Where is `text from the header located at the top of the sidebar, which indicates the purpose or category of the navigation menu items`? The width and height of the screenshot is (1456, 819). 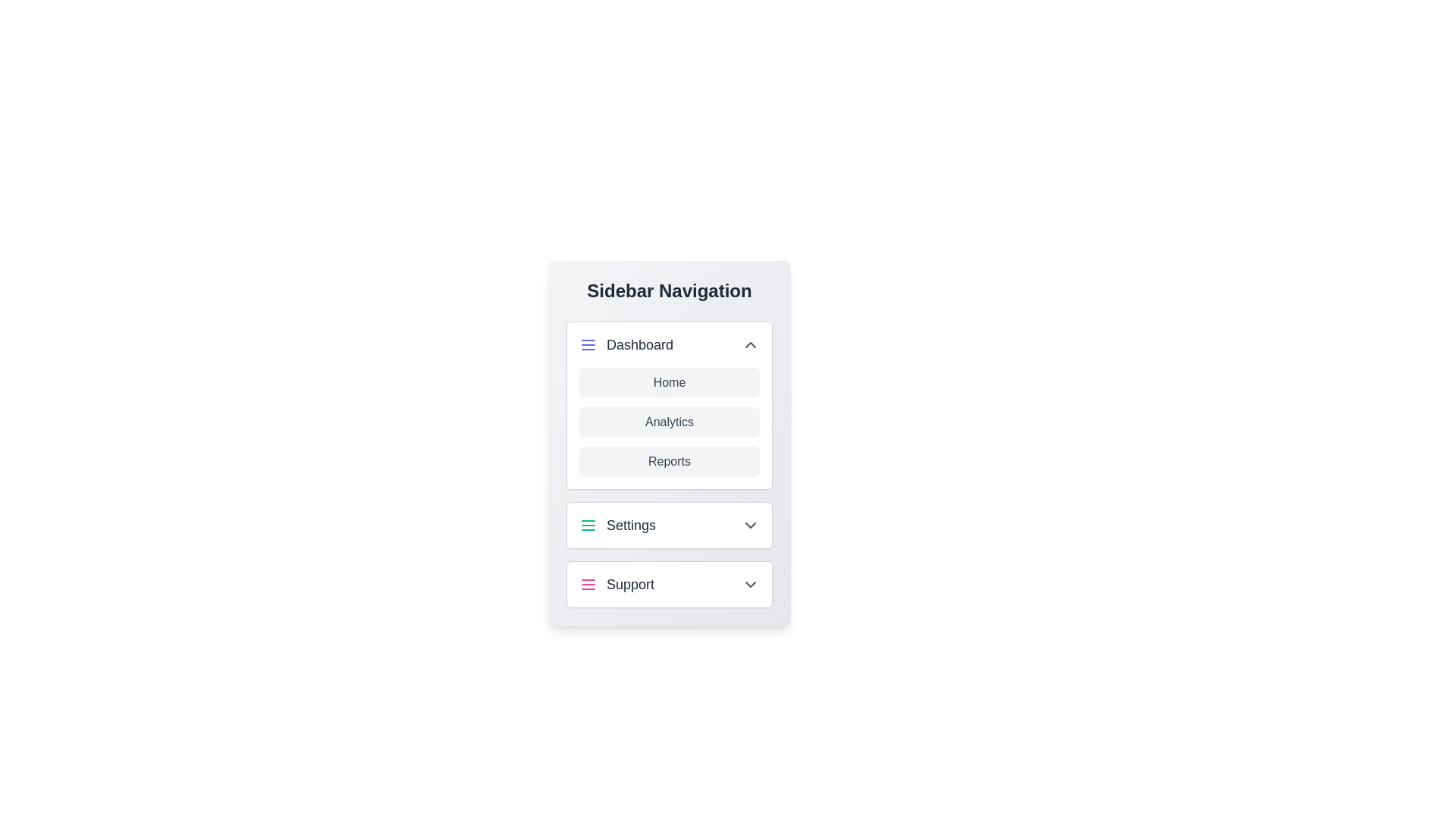 text from the header located at the top of the sidebar, which indicates the purpose or category of the navigation menu items is located at coordinates (669, 291).